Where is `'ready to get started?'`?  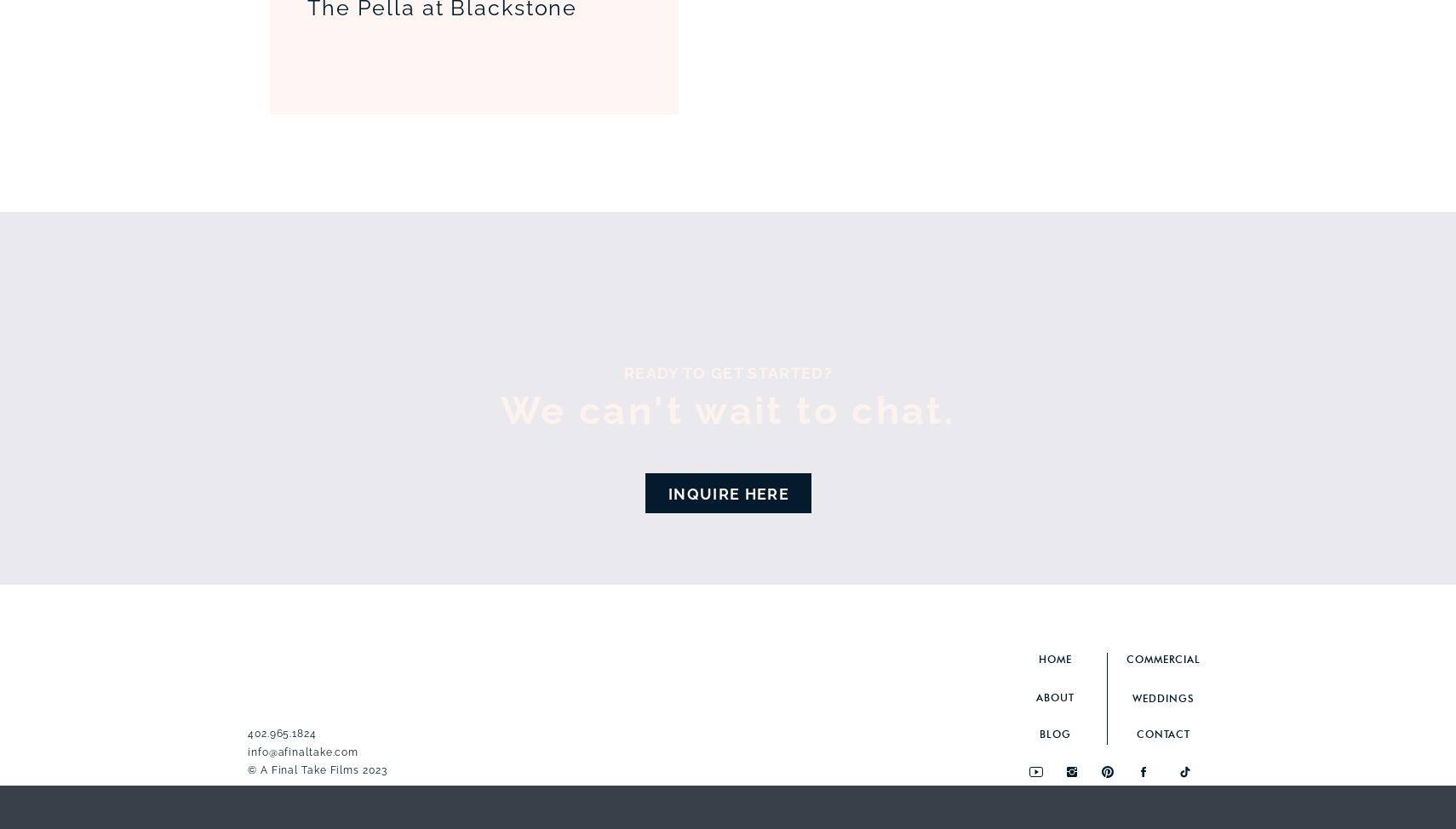
'ready to get started?' is located at coordinates (728, 372).